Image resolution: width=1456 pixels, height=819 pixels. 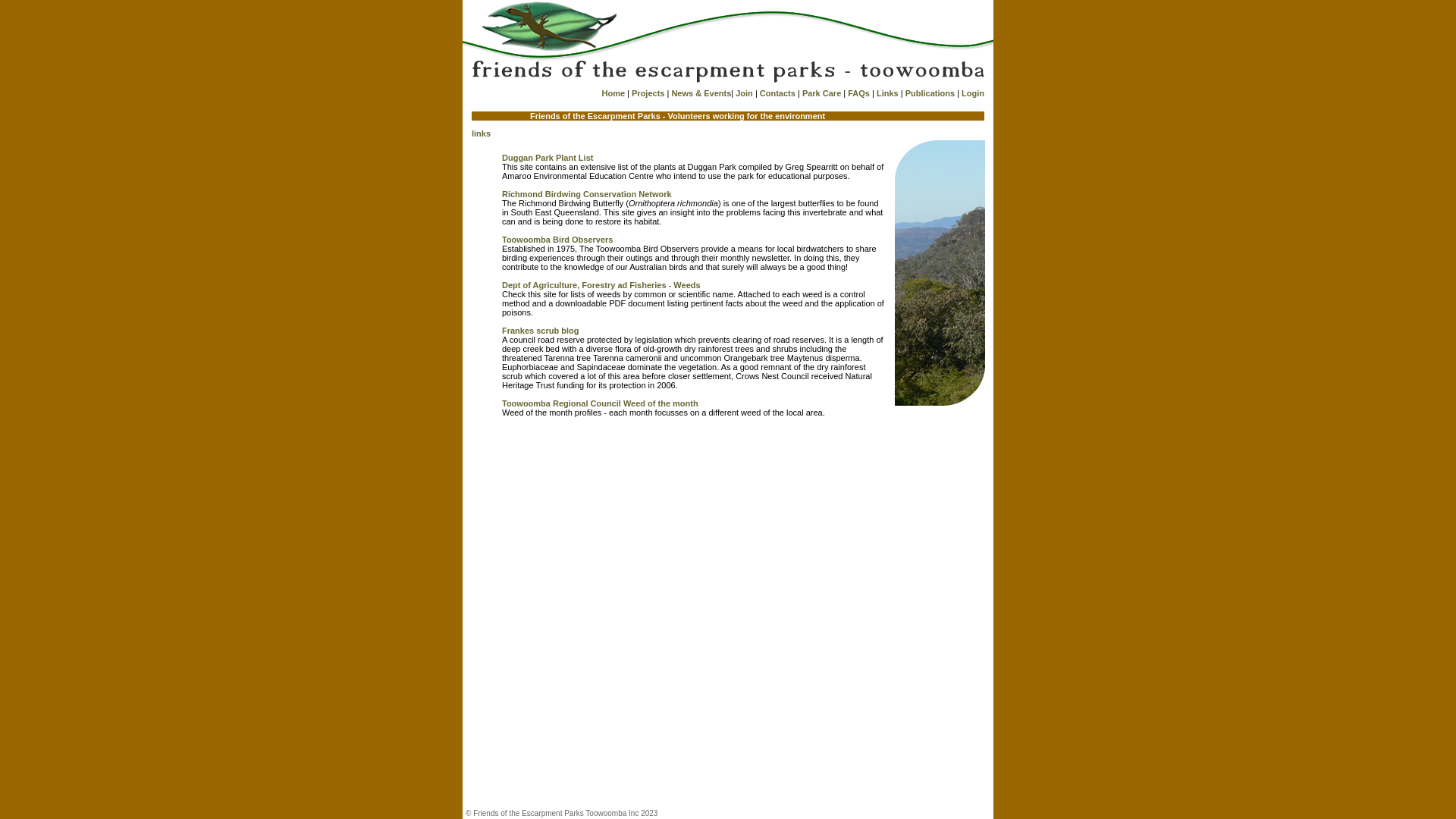 I want to click on 'News & Events', so click(x=700, y=93).